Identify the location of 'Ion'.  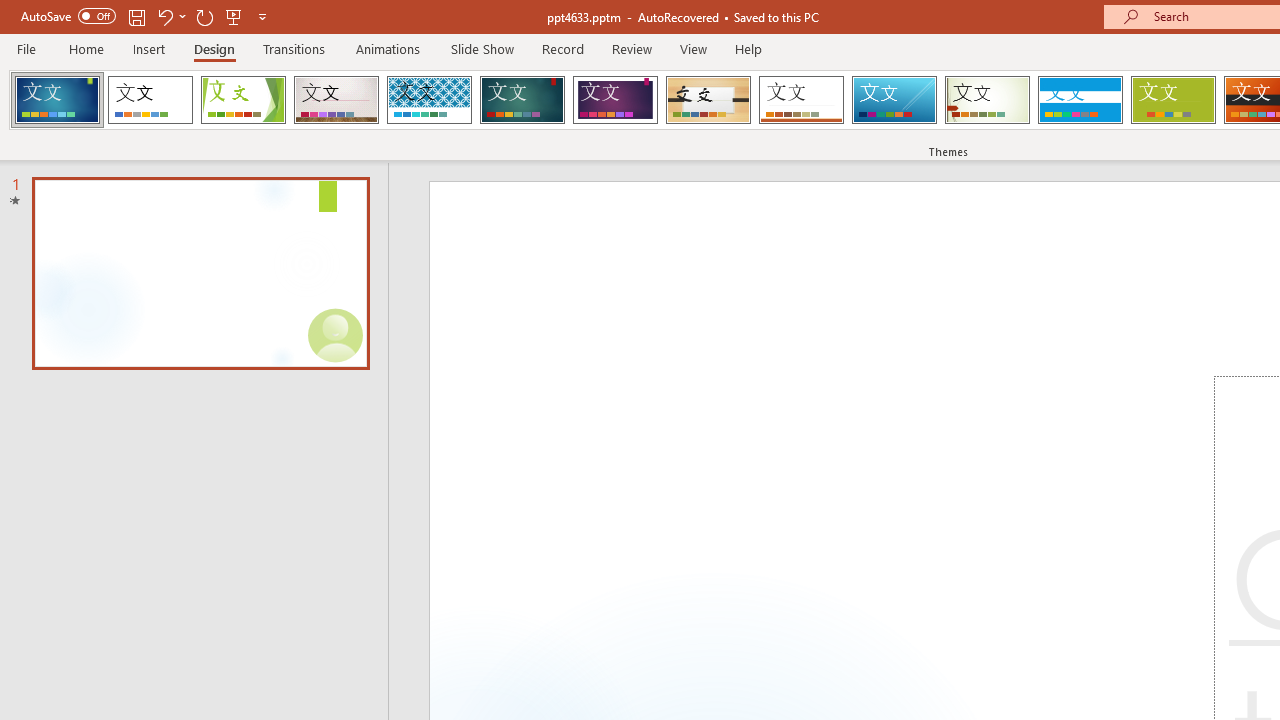
(522, 100).